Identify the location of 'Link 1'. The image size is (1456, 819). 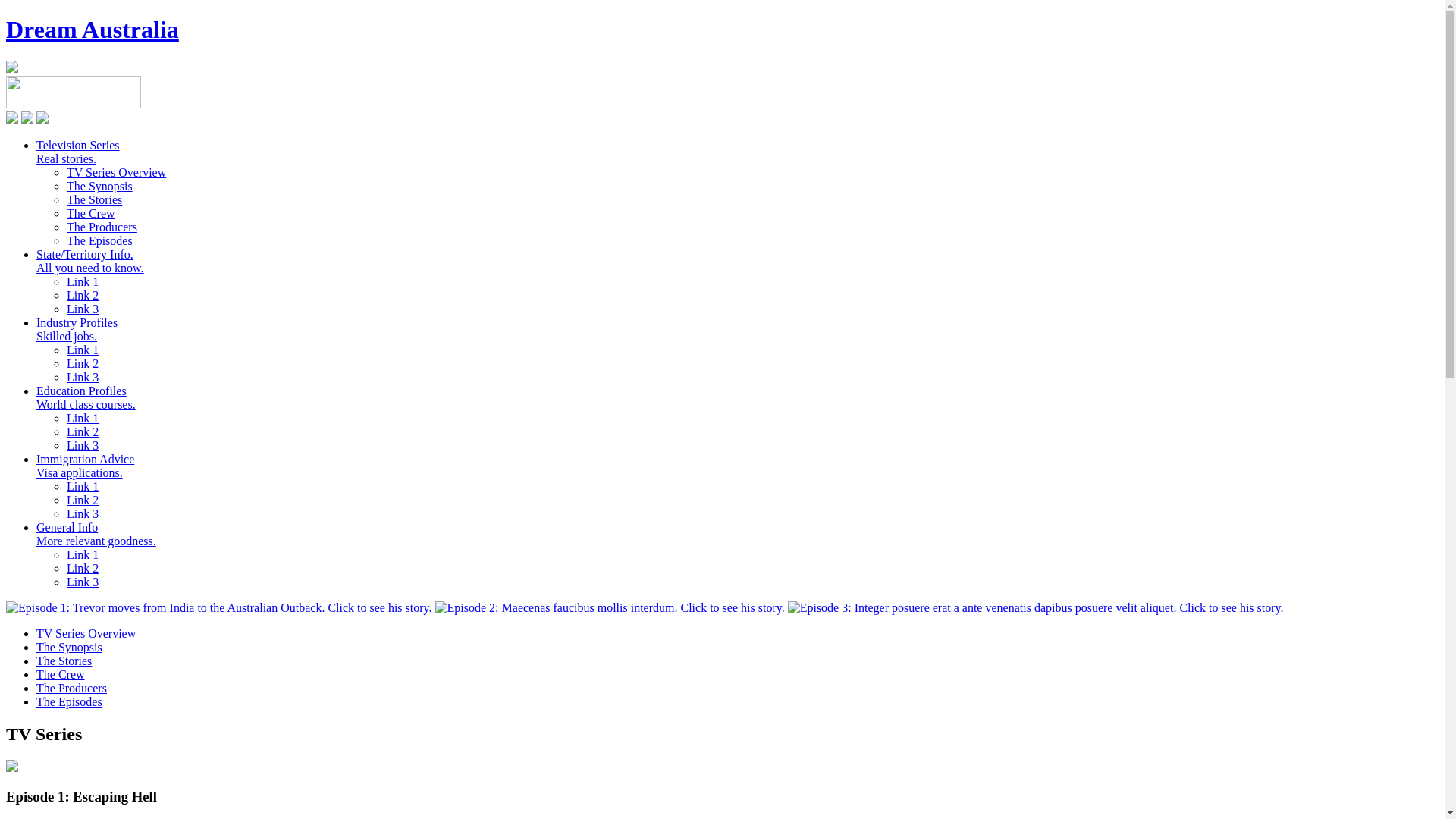
(82, 281).